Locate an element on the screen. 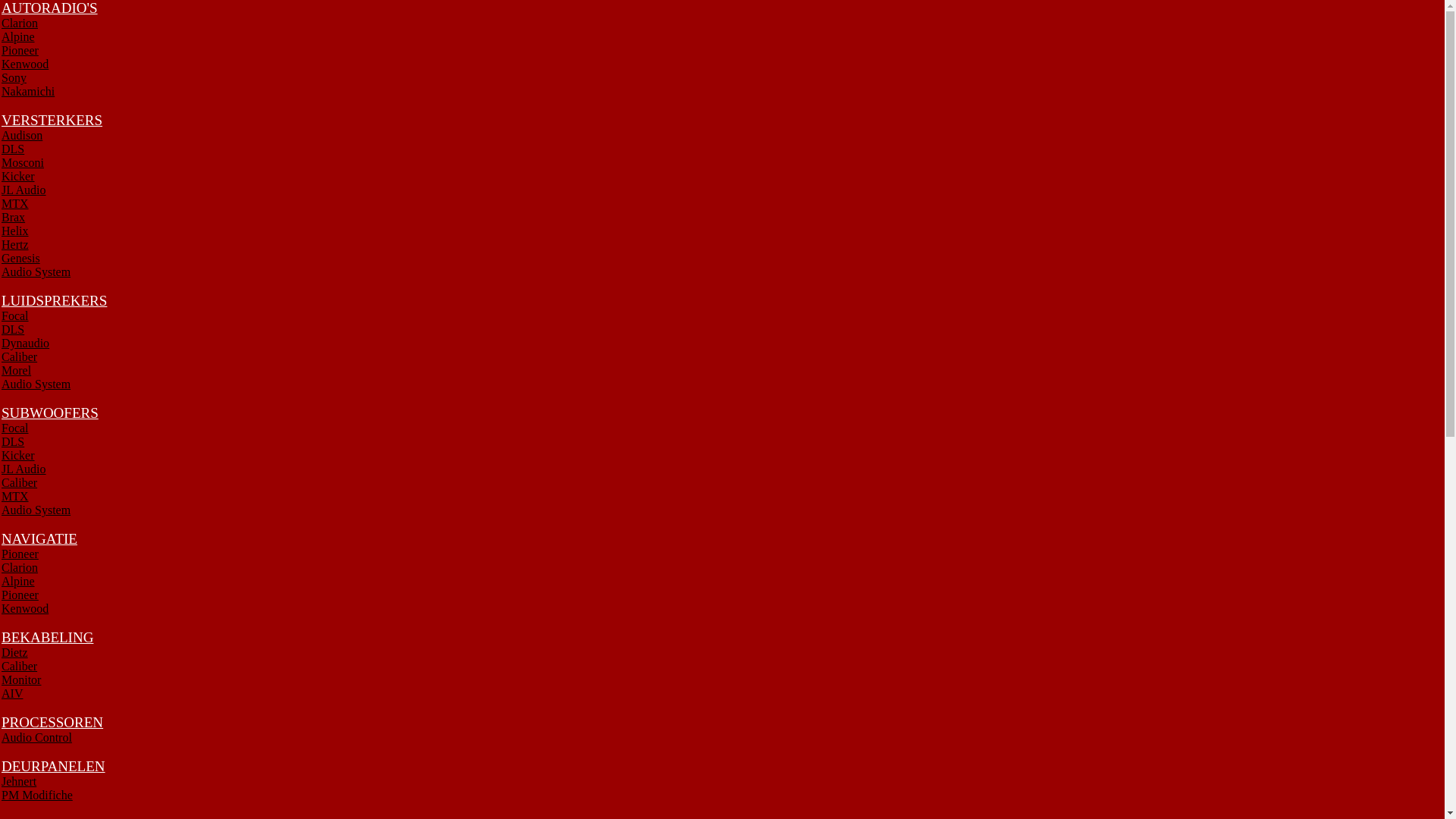 The width and height of the screenshot is (1456, 819). 'DLS' is located at coordinates (13, 328).